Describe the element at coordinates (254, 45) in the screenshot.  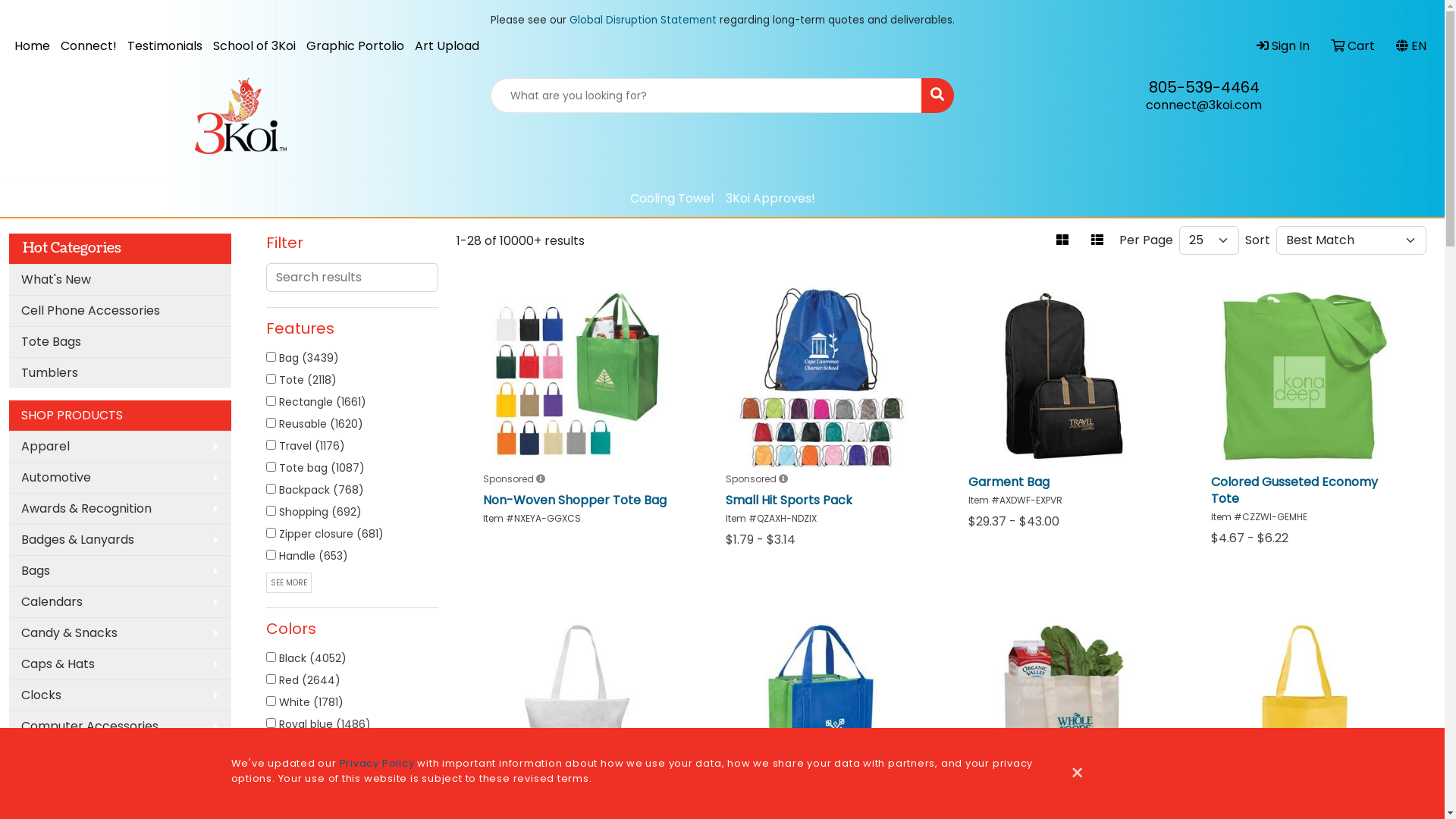
I see `'School of 3Koi'` at that location.